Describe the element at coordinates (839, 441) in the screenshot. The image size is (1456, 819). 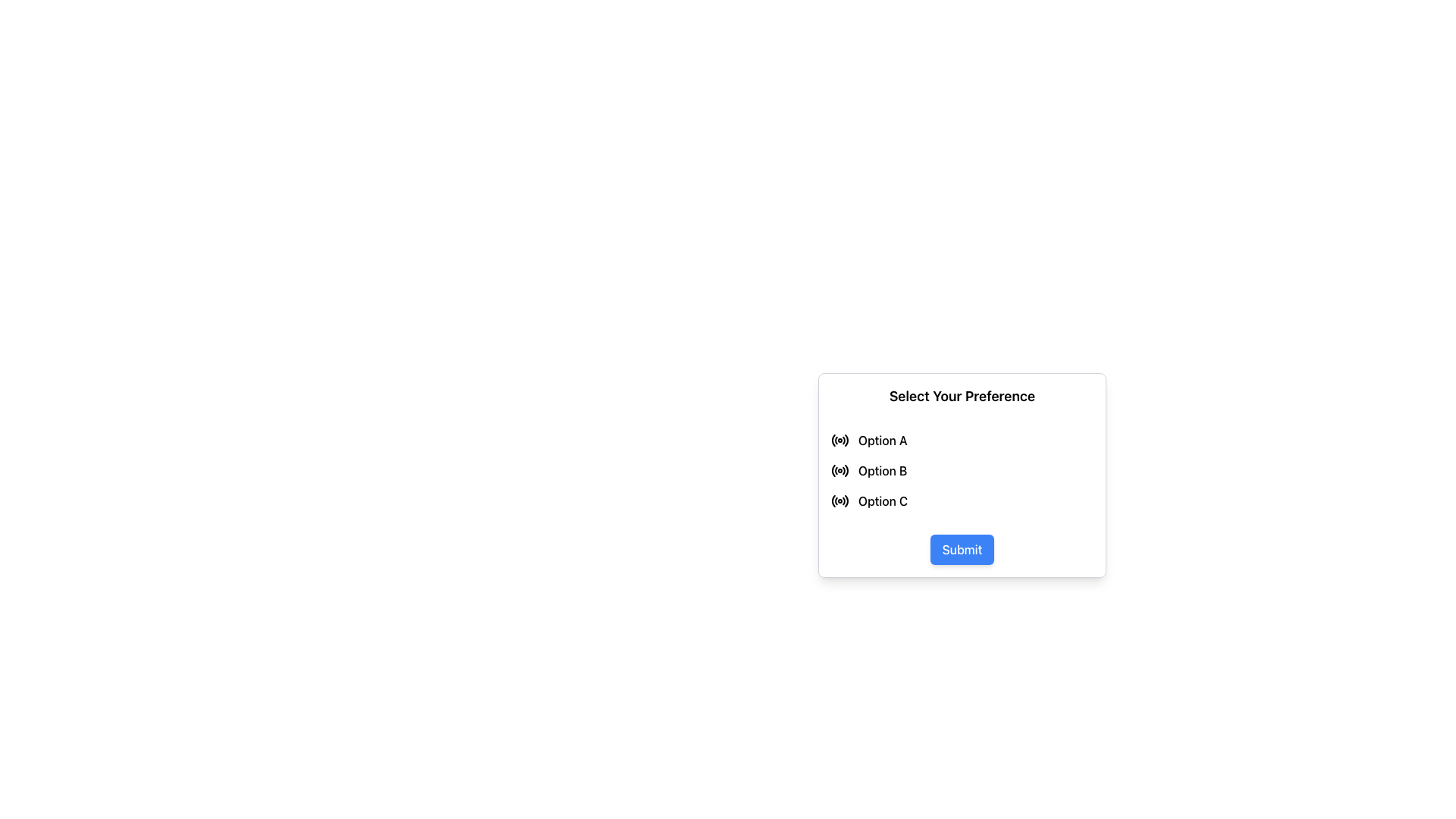
I see `the selected radio button for 'Option A', which is a circular SVG styled radio button indicating a selected state` at that location.